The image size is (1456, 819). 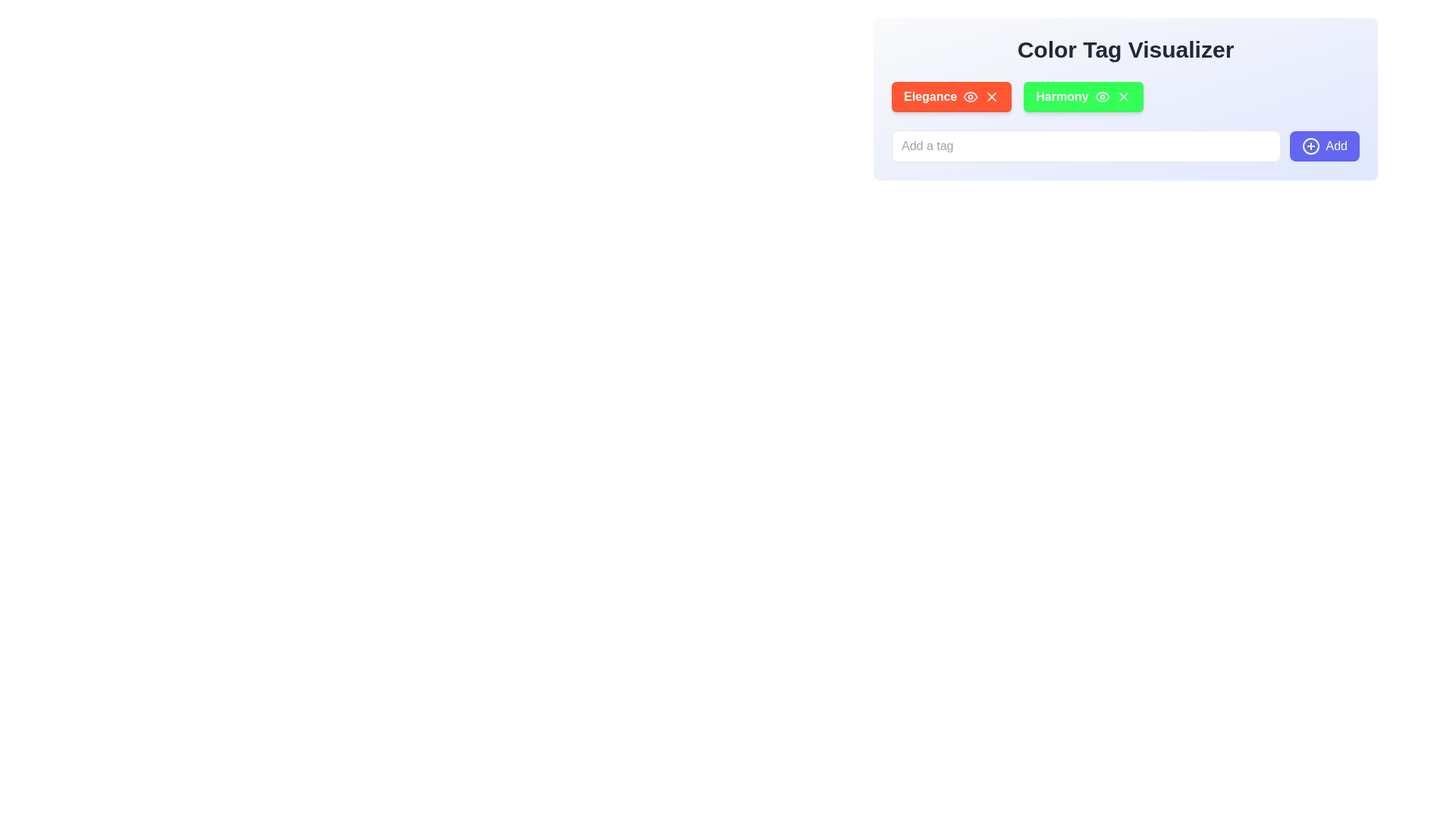 What do you see at coordinates (1102, 96) in the screenshot?
I see `the icon located to the right of the text on the 'Harmony' button within the 'Color Tag Visualizer' section` at bounding box center [1102, 96].